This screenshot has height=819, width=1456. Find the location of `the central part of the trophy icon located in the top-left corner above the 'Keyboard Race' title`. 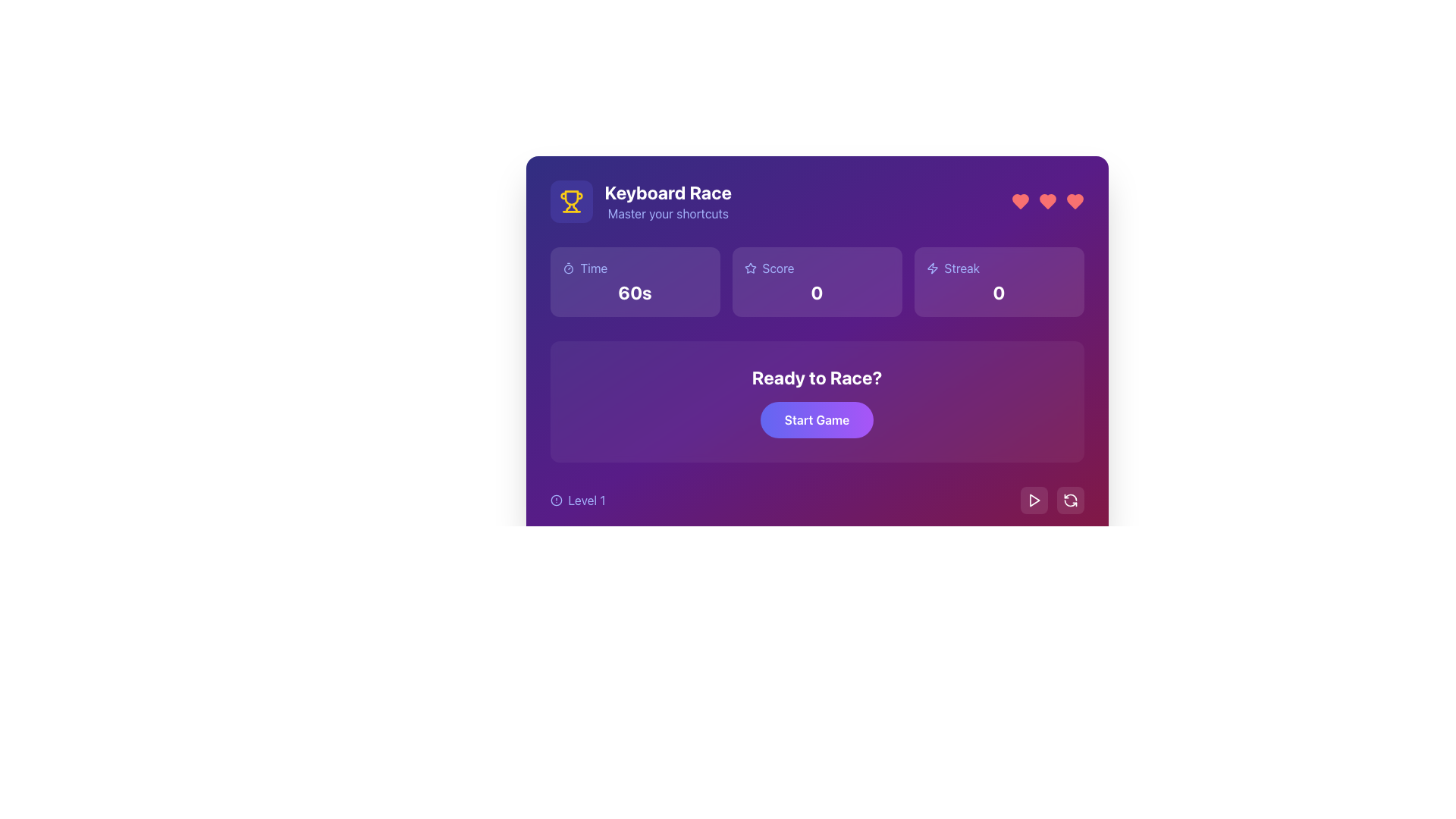

the central part of the trophy icon located in the top-left corner above the 'Keyboard Race' title is located at coordinates (570, 197).